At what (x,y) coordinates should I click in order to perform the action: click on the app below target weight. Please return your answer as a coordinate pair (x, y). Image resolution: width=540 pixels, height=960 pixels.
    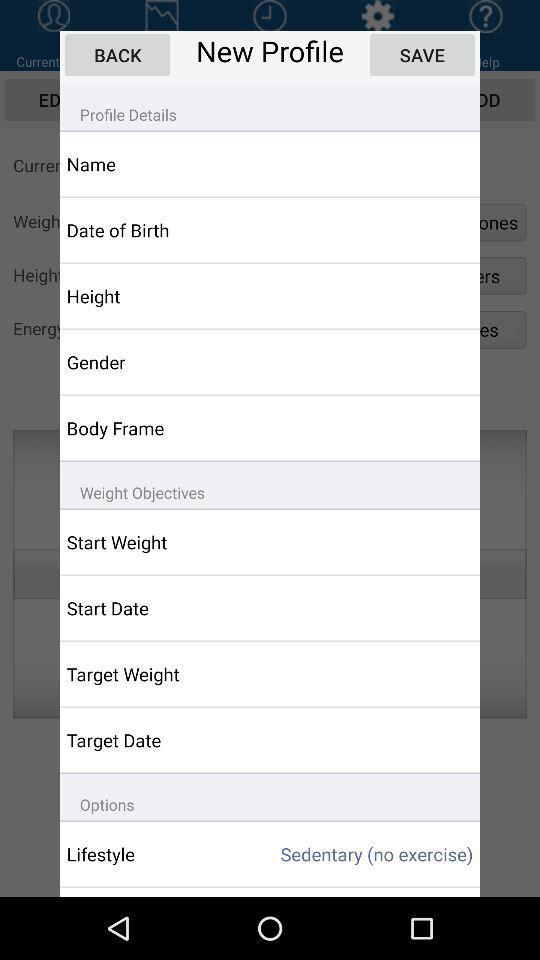
    Looking at the image, I should click on (155, 739).